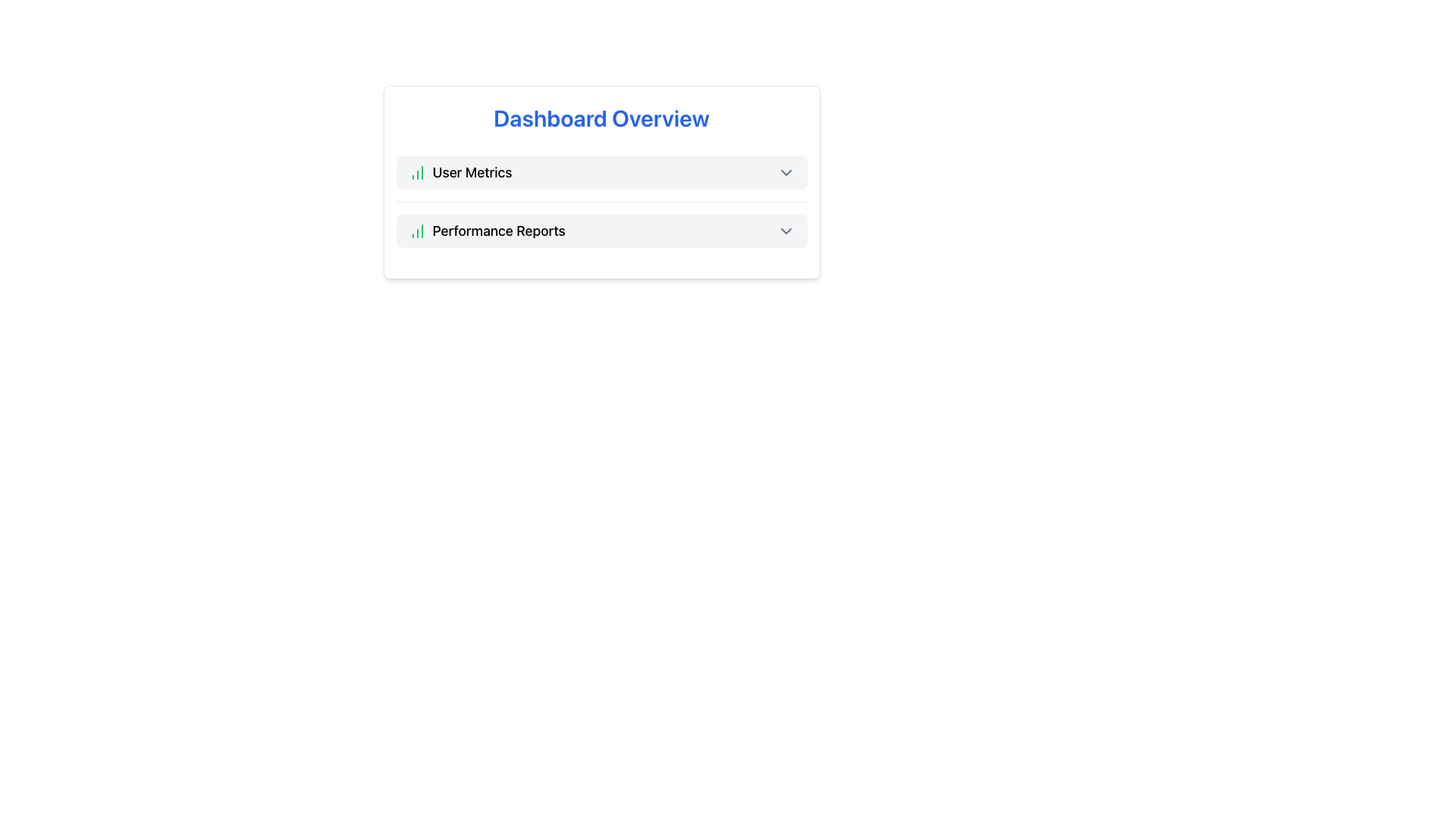 Image resolution: width=1456 pixels, height=819 pixels. I want to click on the 'User Metrics' button, which is a rounded rectangular button with a light gray background, so click(601, 171).